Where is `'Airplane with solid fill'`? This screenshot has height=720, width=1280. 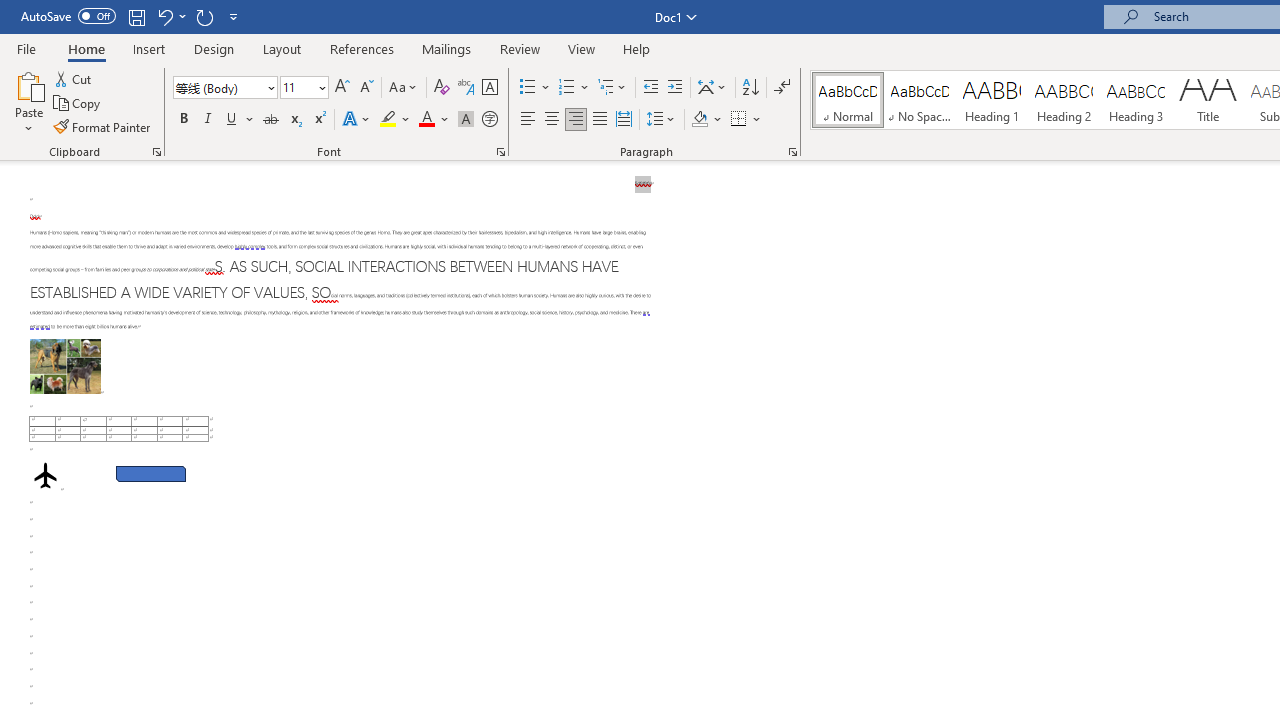
'Airplane with solid fill' is located at coordinates (45, 475).